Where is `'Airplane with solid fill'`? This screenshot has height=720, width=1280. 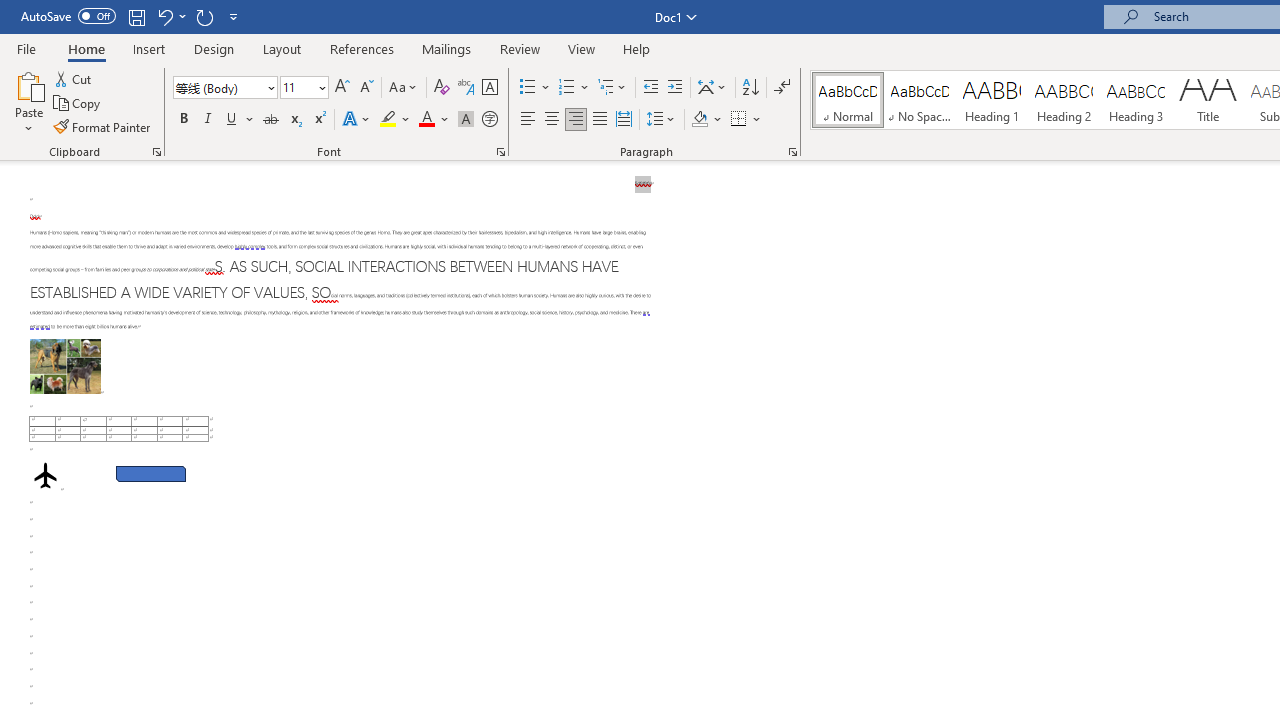
'Airplane with solid fill' is located at coordinates (45, 475).